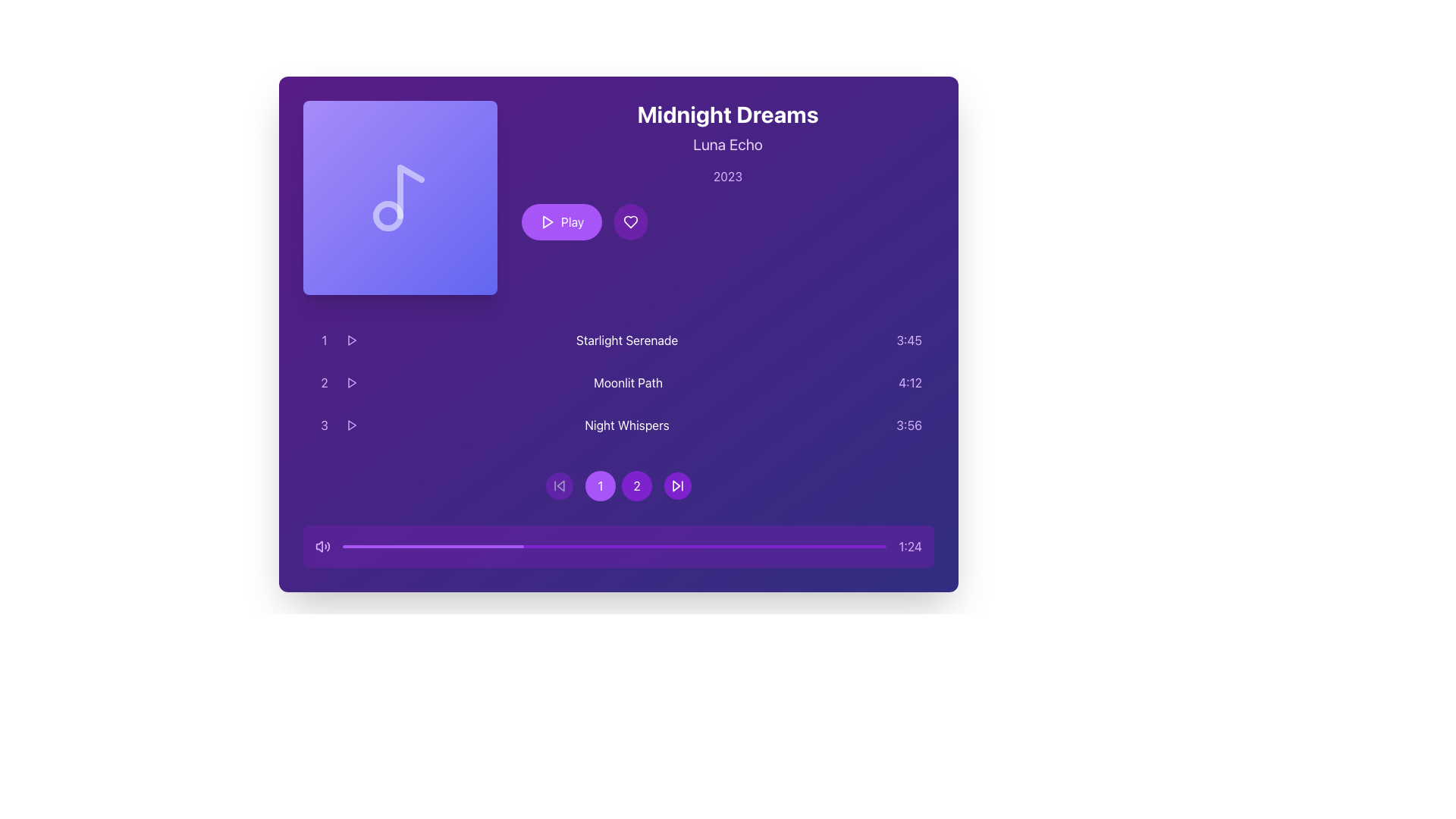 This screenshot has width=1456, height=819. Describe the element at coordinates (728, 145) in the screenshot. I see `the Text Display element that provides additional information related to the title 'Midnight Dreams', which is located below 'Midnight Dreams' and above '2023'` at that location.